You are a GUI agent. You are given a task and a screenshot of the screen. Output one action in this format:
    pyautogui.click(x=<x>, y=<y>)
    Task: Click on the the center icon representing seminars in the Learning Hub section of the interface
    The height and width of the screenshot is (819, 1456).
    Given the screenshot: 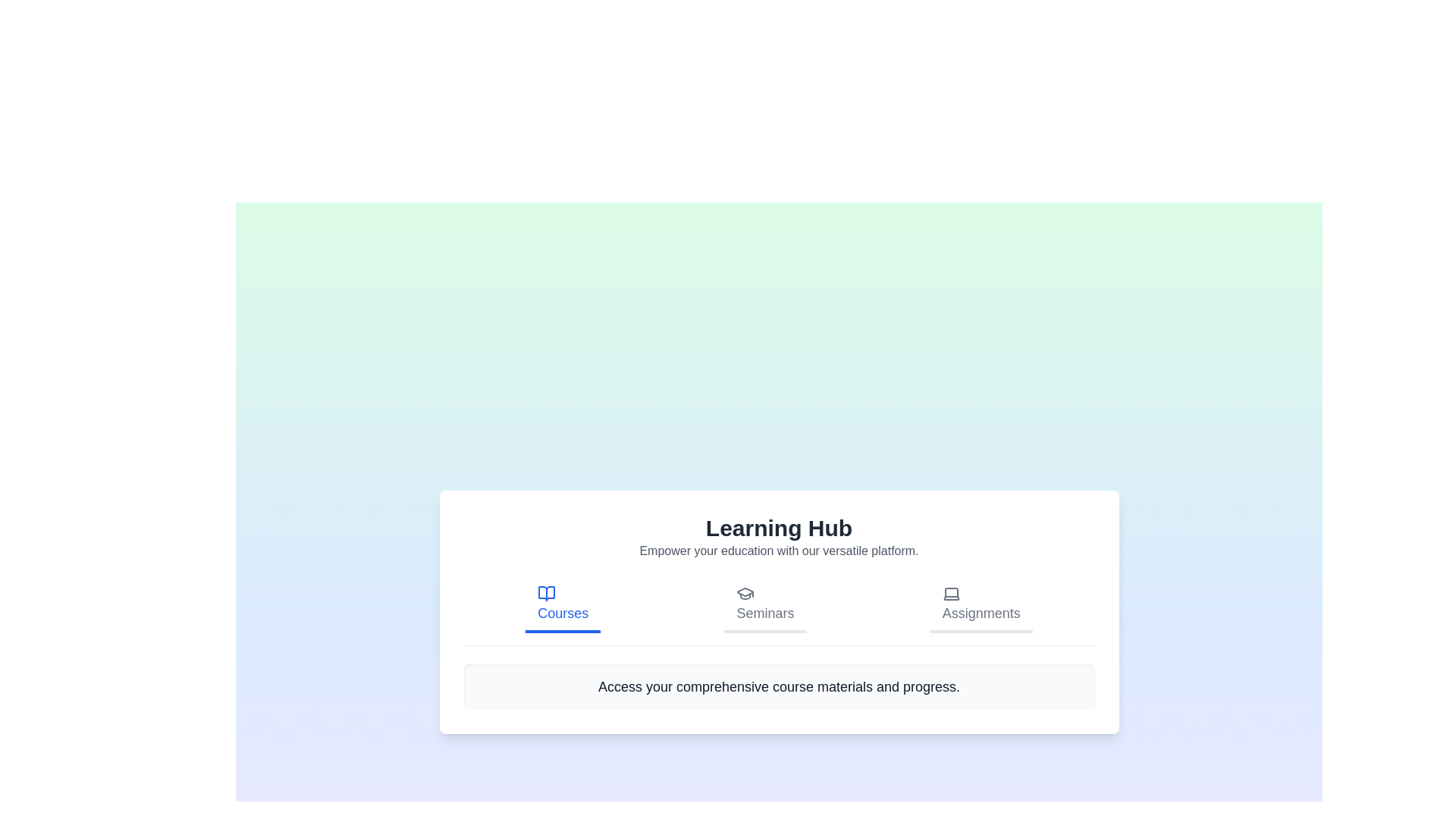 What is the action you would take?
    pyautogui.click(x=745, y=591)
    